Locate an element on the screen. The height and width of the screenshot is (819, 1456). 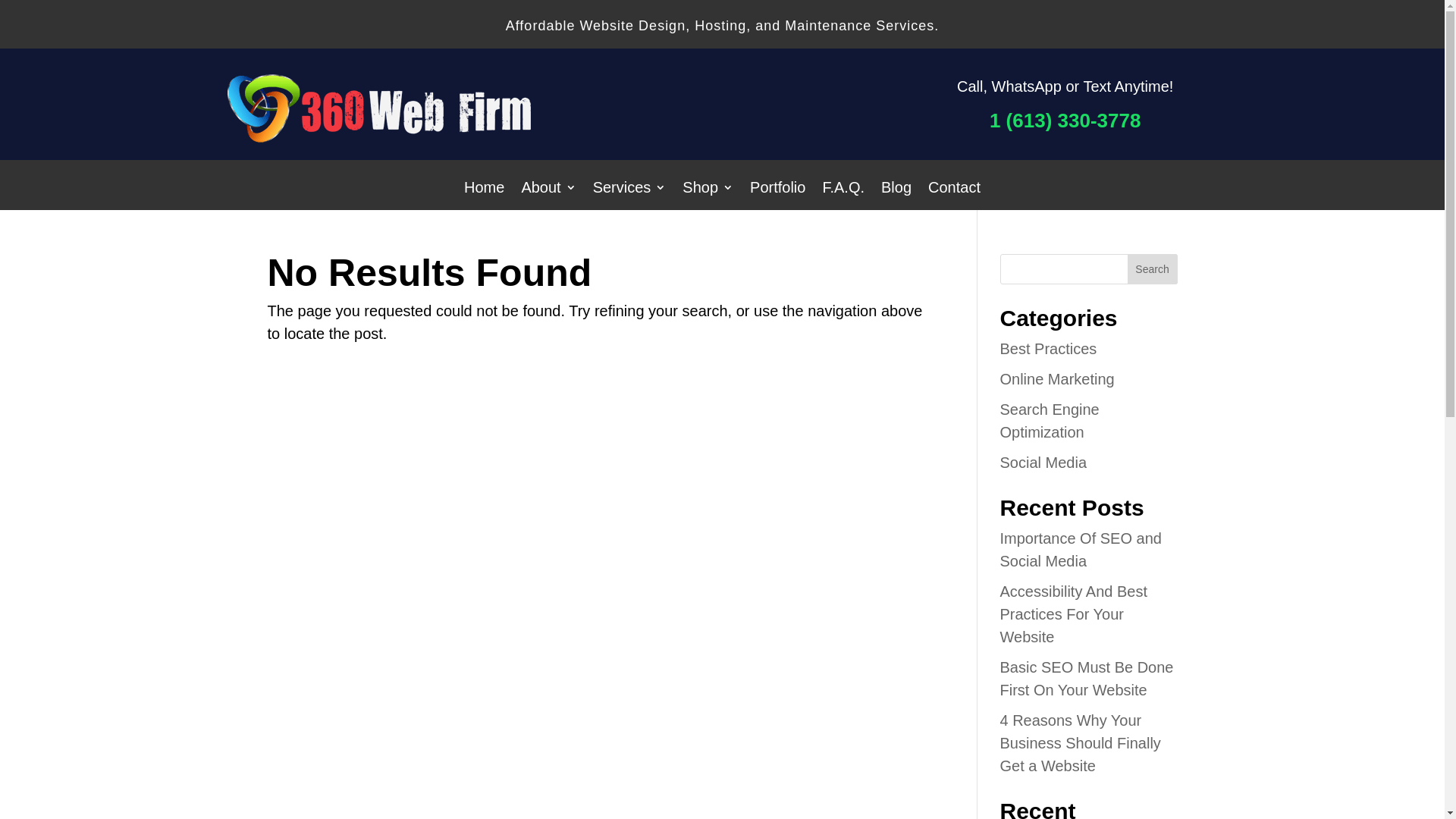
'Services' is located at coordinates (629, 189).